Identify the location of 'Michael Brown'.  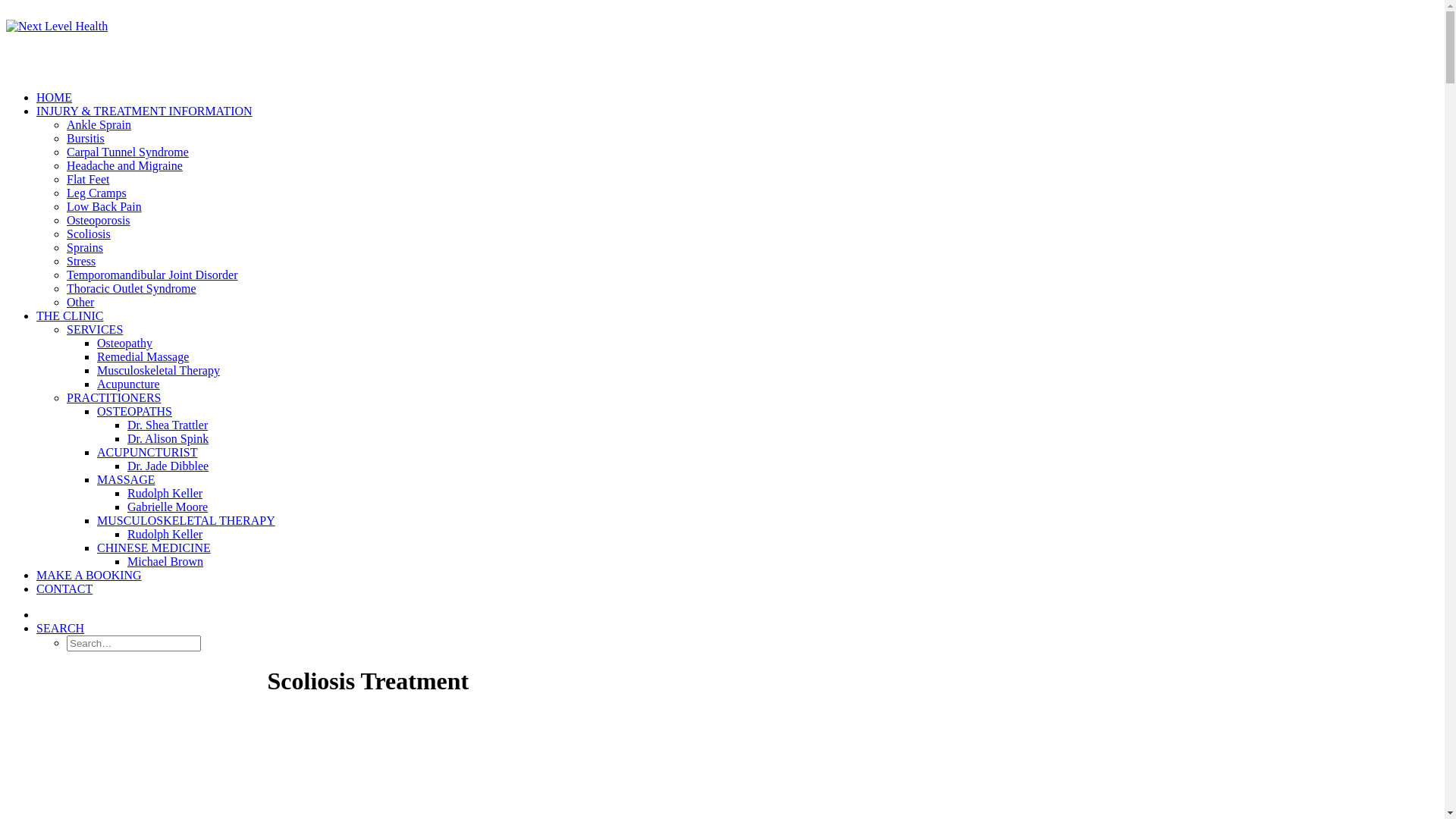
(165, 561).